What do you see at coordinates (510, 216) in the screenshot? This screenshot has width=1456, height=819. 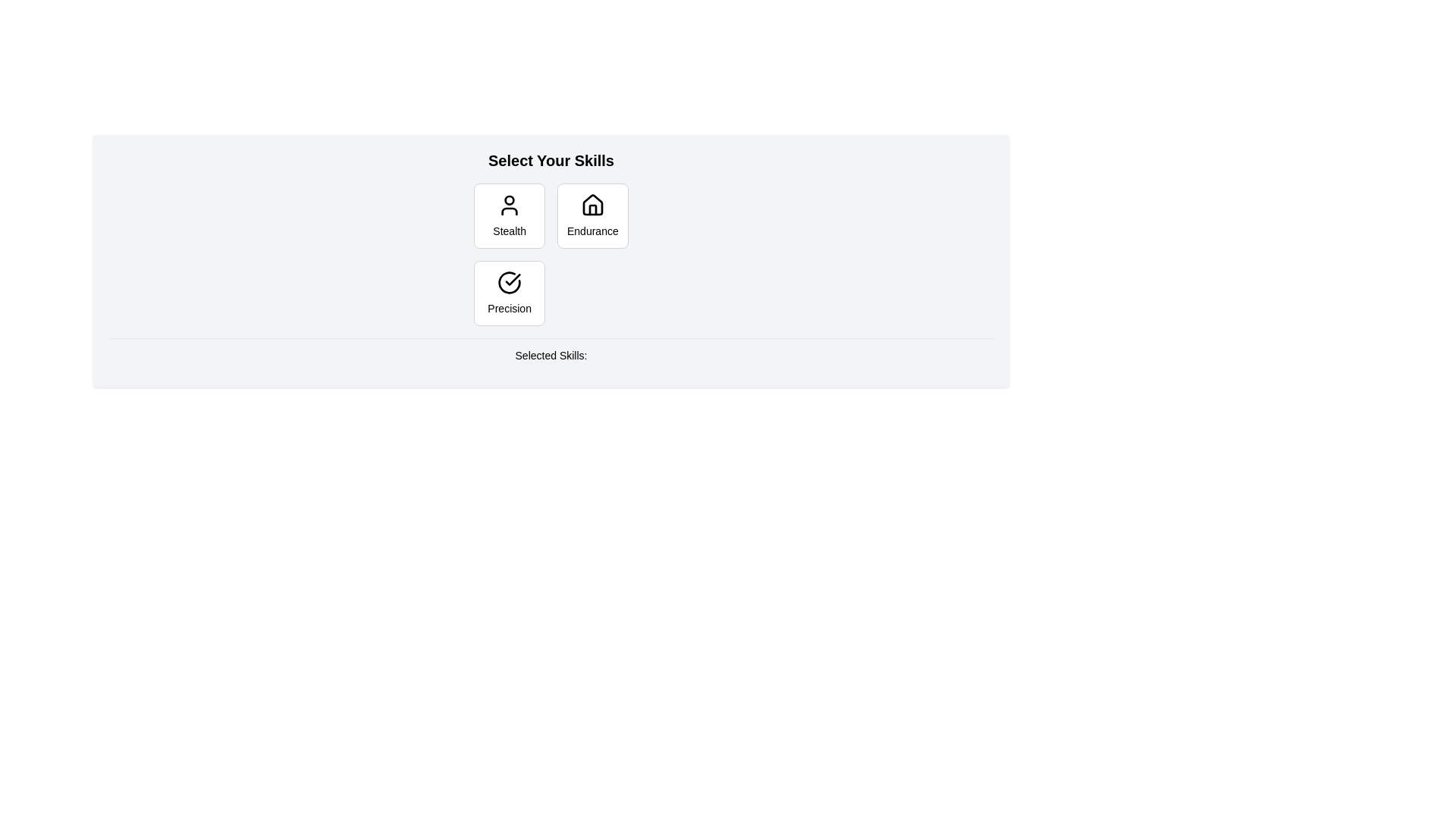 I see `the 'Stealth' selection tile` at bounding box center [510, 216].